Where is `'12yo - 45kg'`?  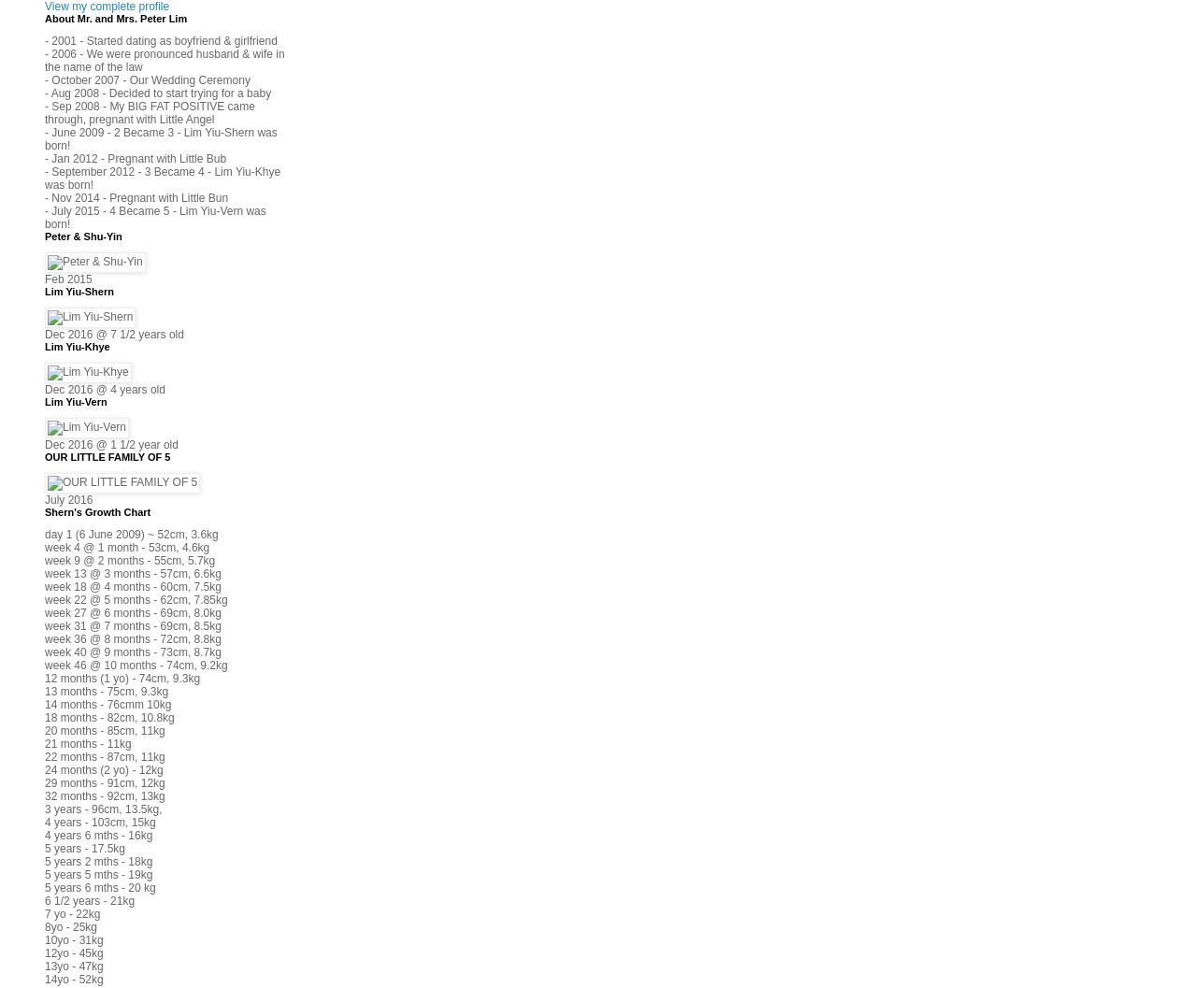
'12yo - 45kg' is located at coordinates (73, 951).